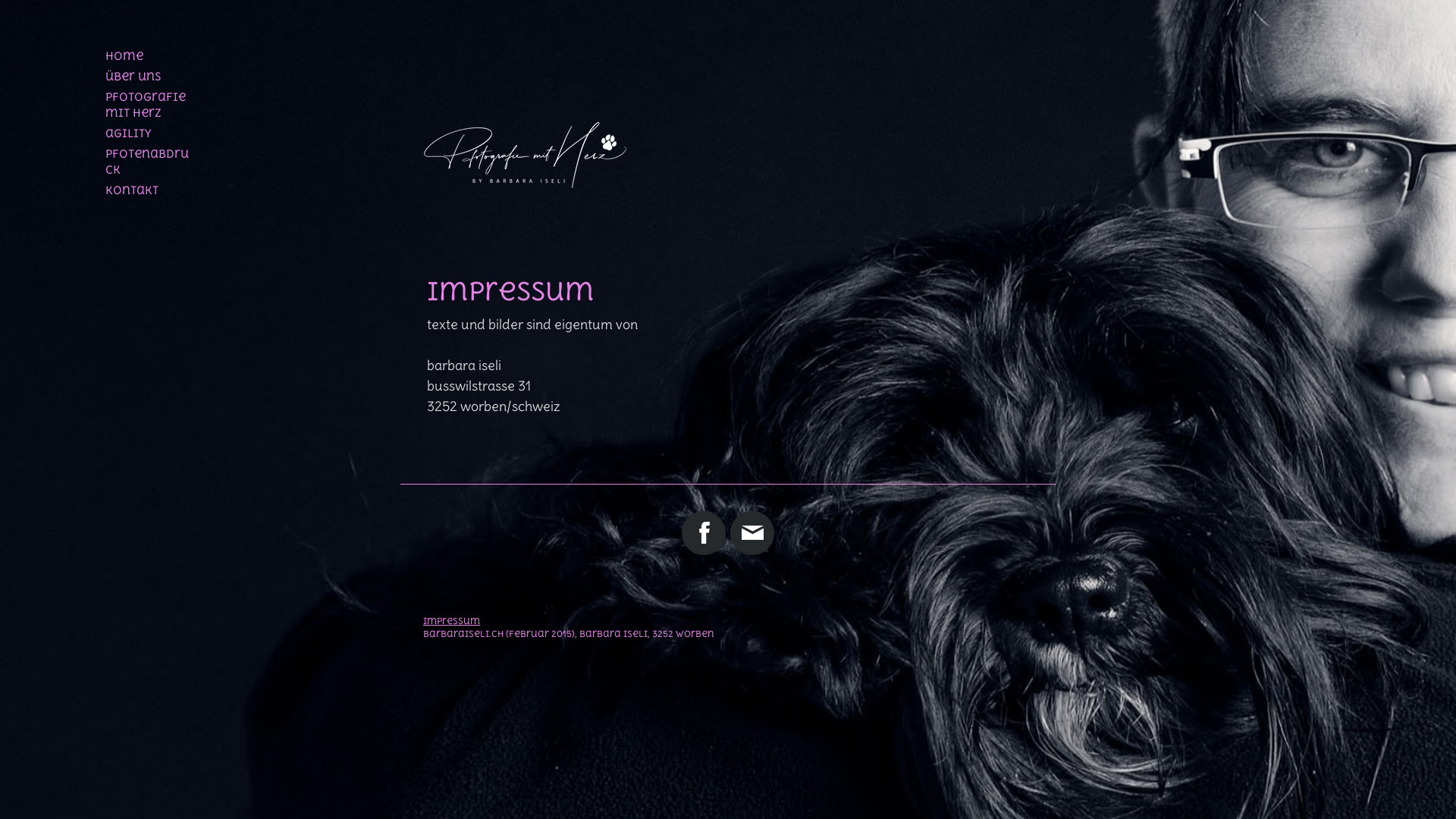  Describe the element at coordinates (149, 104) in the screenshot. I see `'pfotografie mit herz'` at that location.